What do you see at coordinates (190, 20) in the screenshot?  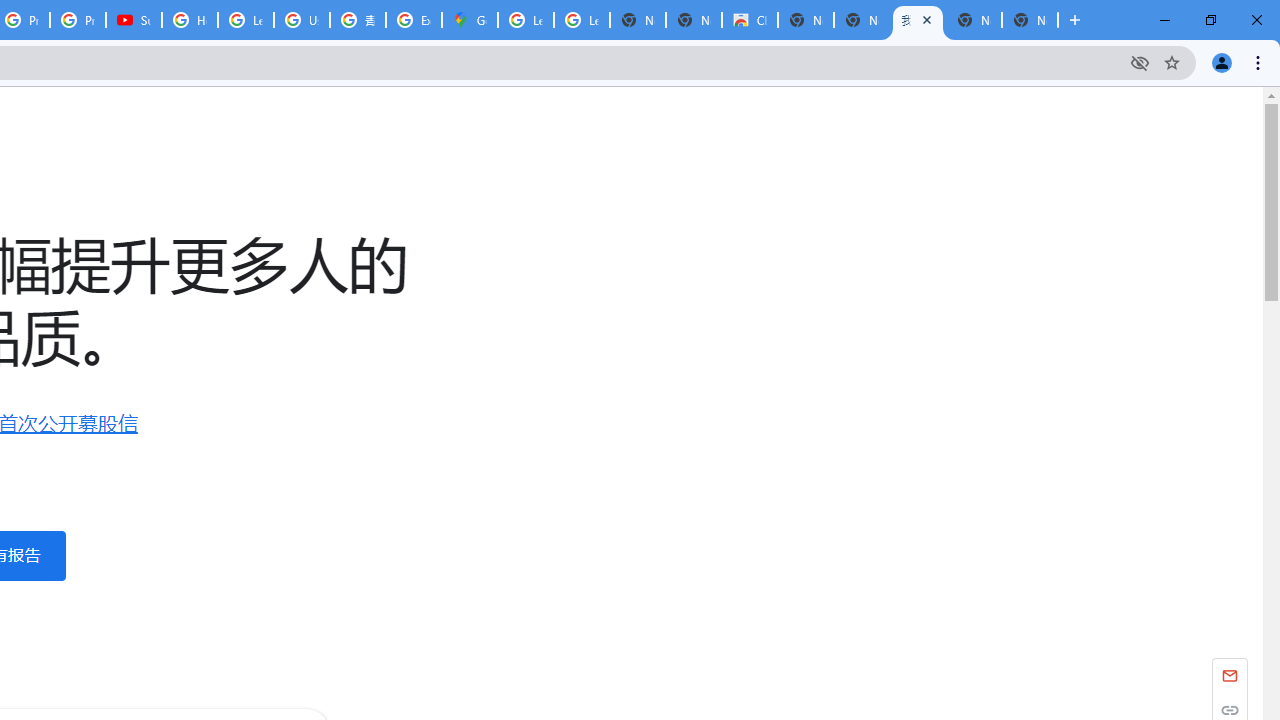 I see `'How Chrome protects your passwords - Google Chrome Help'` at bounding box center [190, 20].